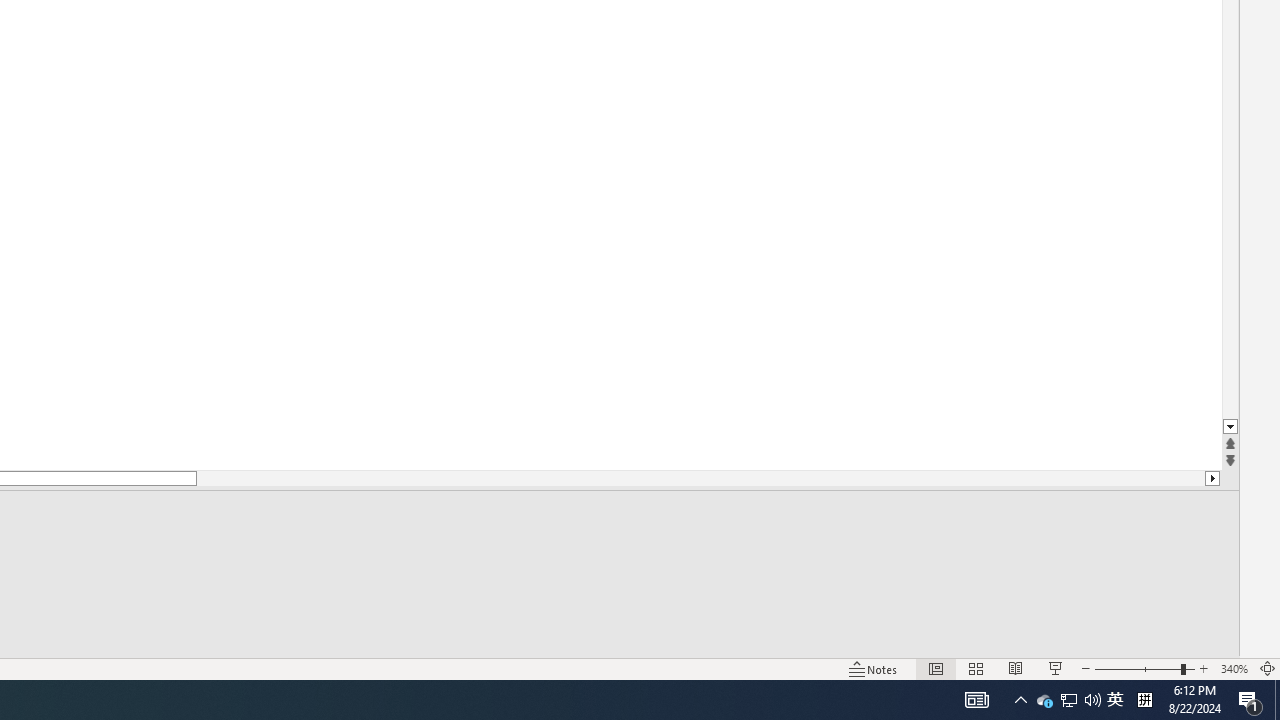 This screenshot has height=720, width=1280. I want to click on 'Zoom 340%', so click(1233, 669).